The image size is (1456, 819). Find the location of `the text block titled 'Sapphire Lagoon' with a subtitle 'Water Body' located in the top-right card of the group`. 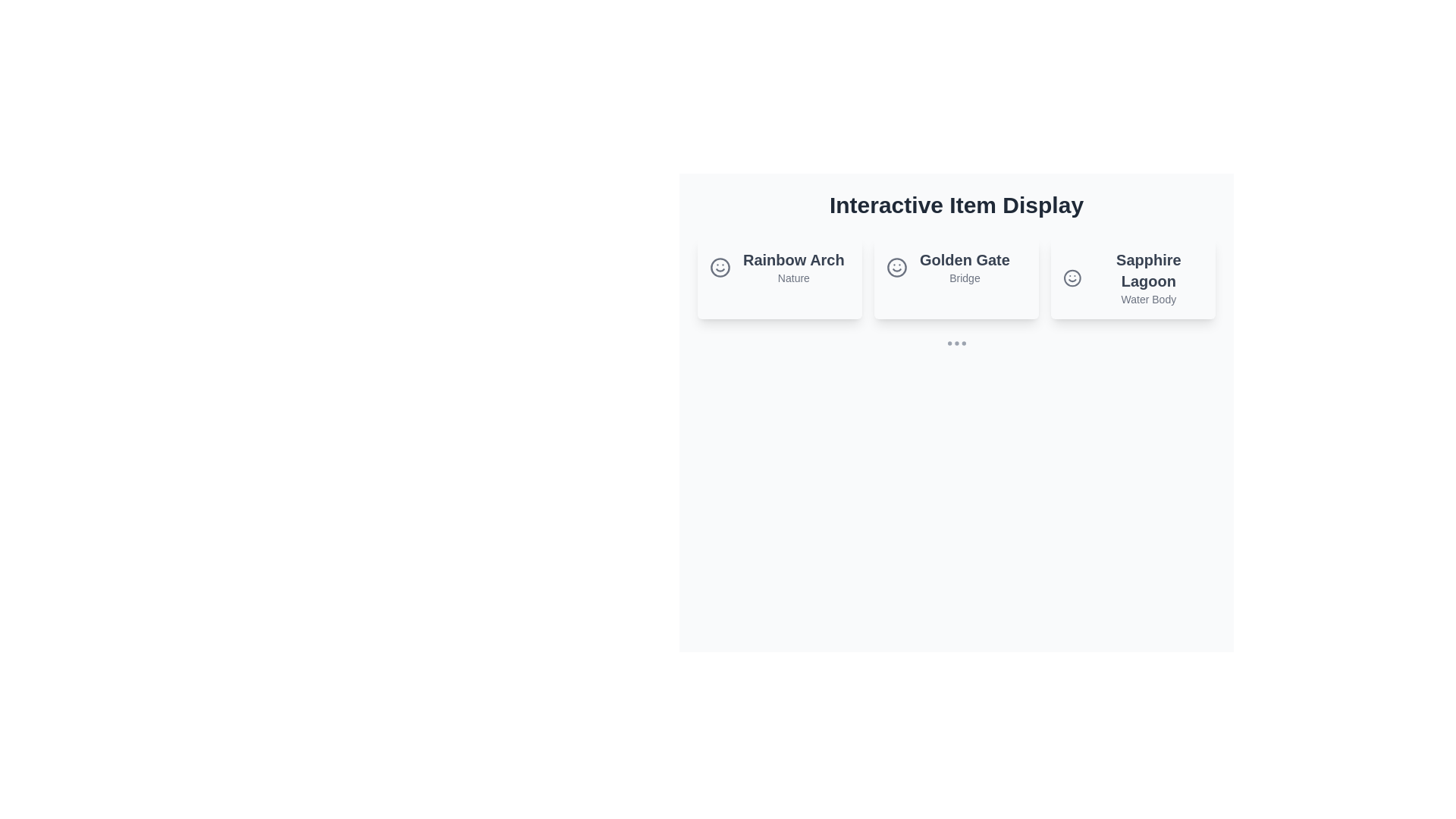

the text block titled 'Sapphire Lagoon' with a subtitle 'Water Body' located in the top-right card of the group is located at coordinates (1148, 278).